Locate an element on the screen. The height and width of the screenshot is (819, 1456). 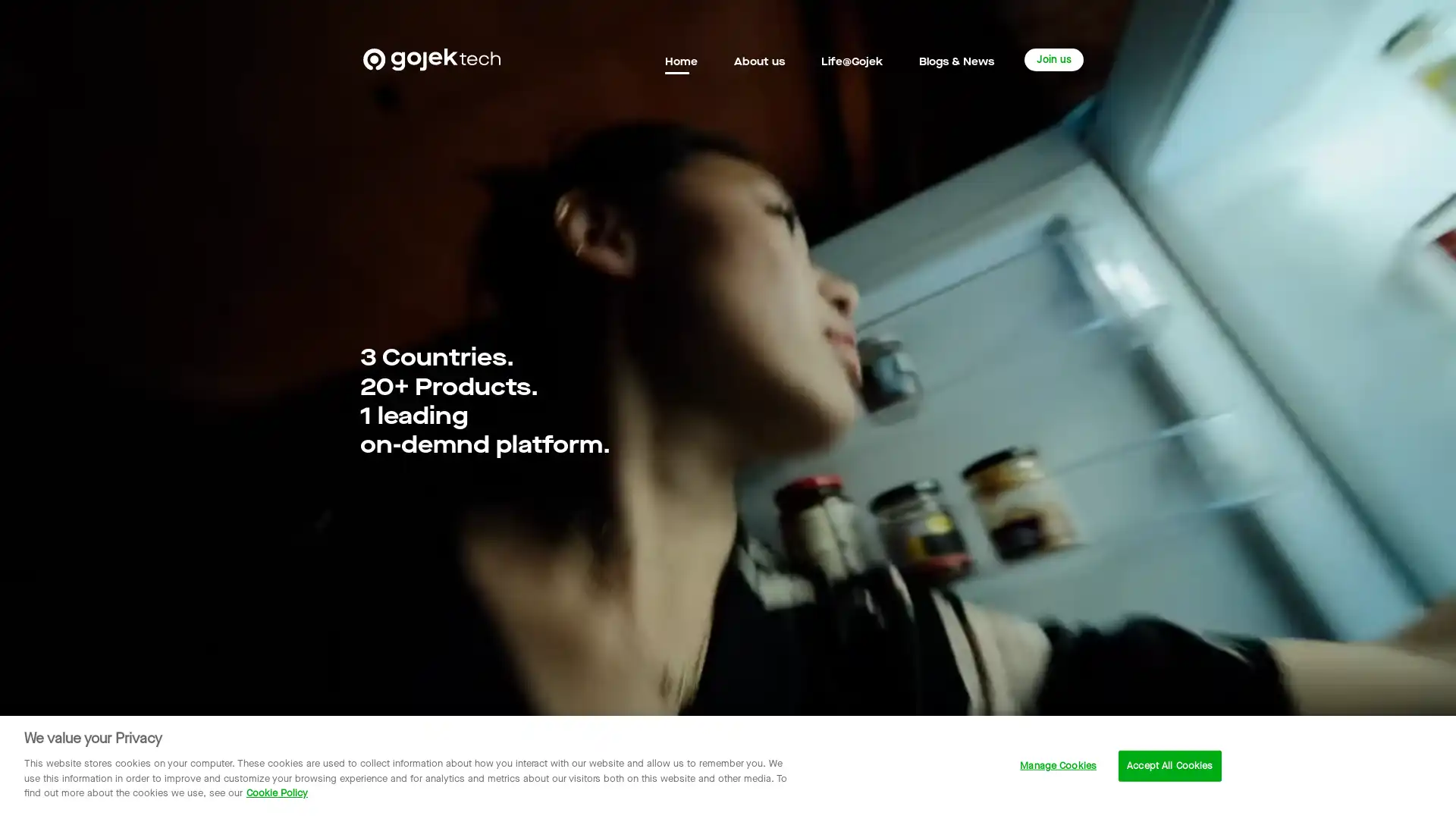
Accept All Cookies is located at coordinates (1169, 766).